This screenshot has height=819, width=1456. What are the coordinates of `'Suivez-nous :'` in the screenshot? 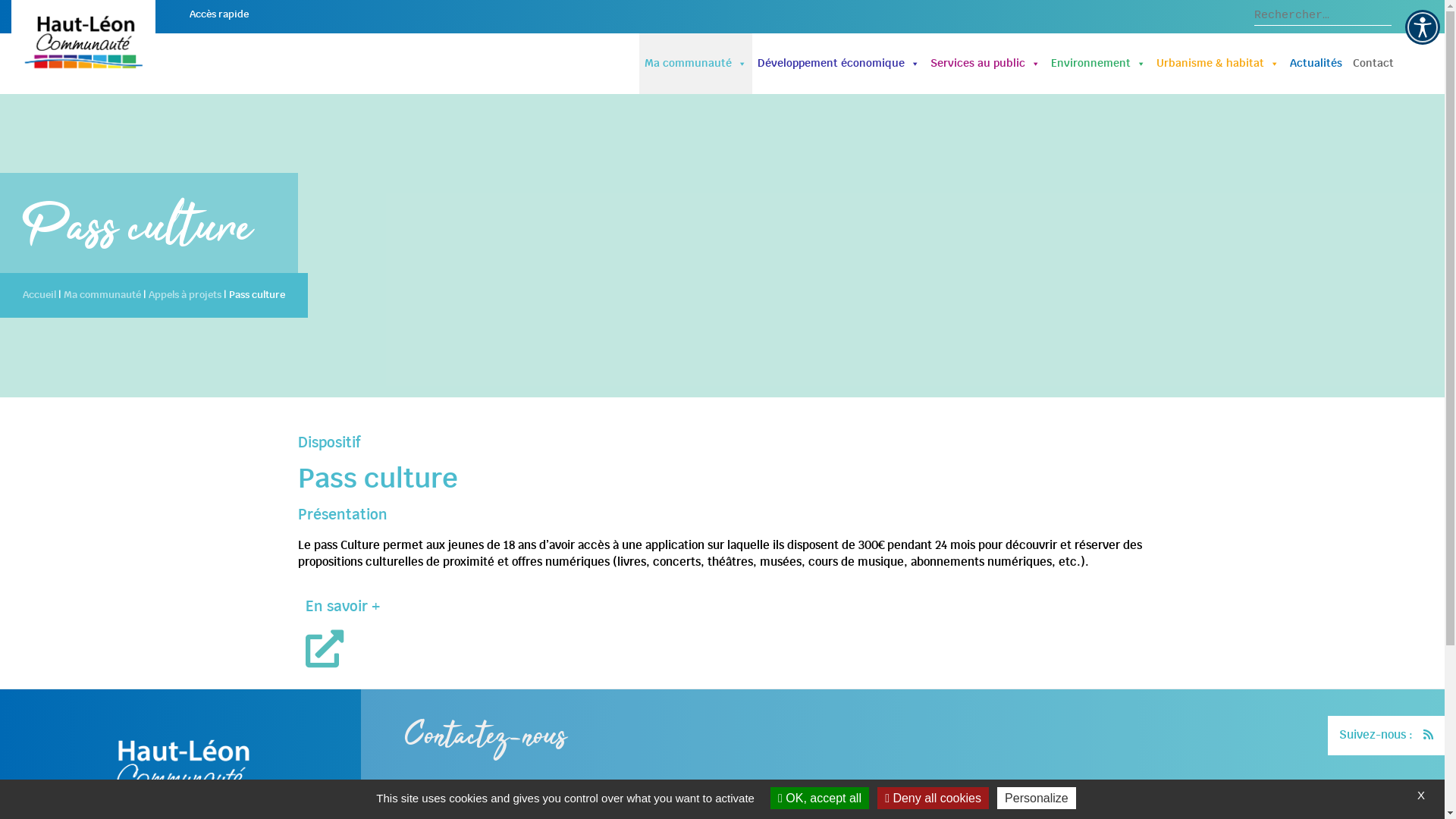 It's located at (1339, 734).